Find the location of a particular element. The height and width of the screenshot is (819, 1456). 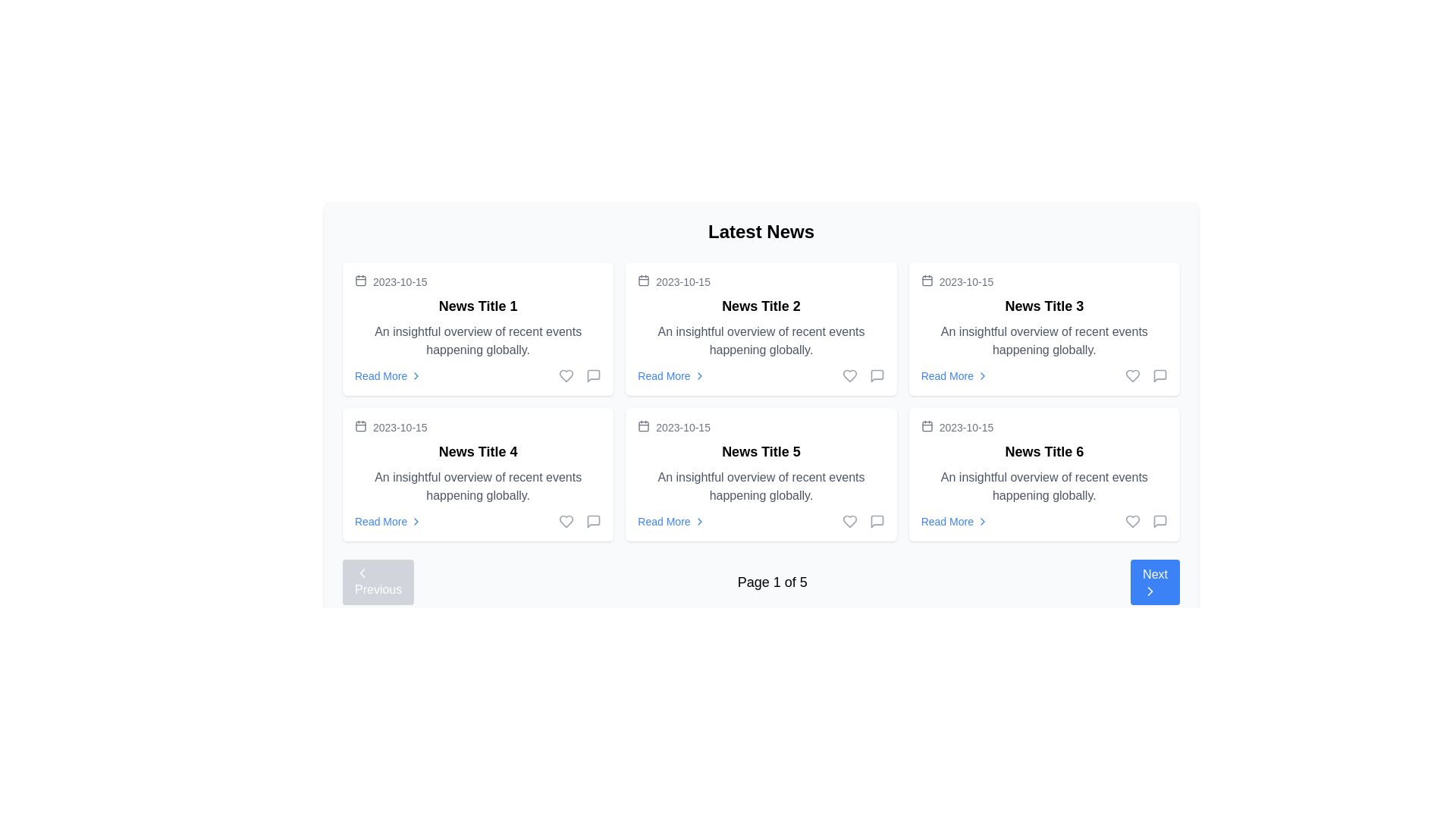

the 'Read More' text link styled in blue located at the lower left of the 'News Title 4' card is located at coordinates (381, 520).